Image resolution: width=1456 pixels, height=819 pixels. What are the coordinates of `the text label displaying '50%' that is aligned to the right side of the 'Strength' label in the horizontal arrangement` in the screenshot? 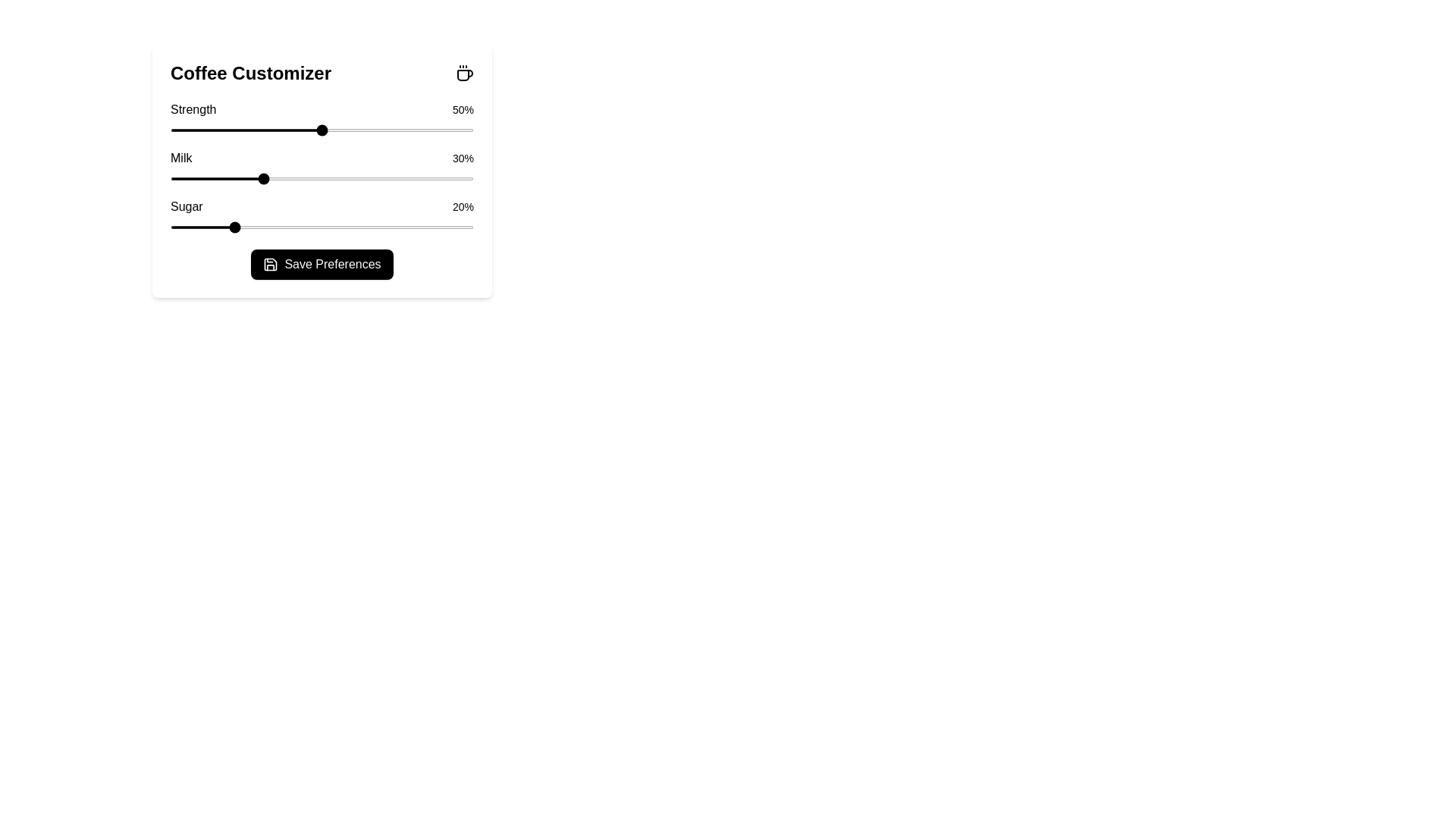 It's located at (462, 109).